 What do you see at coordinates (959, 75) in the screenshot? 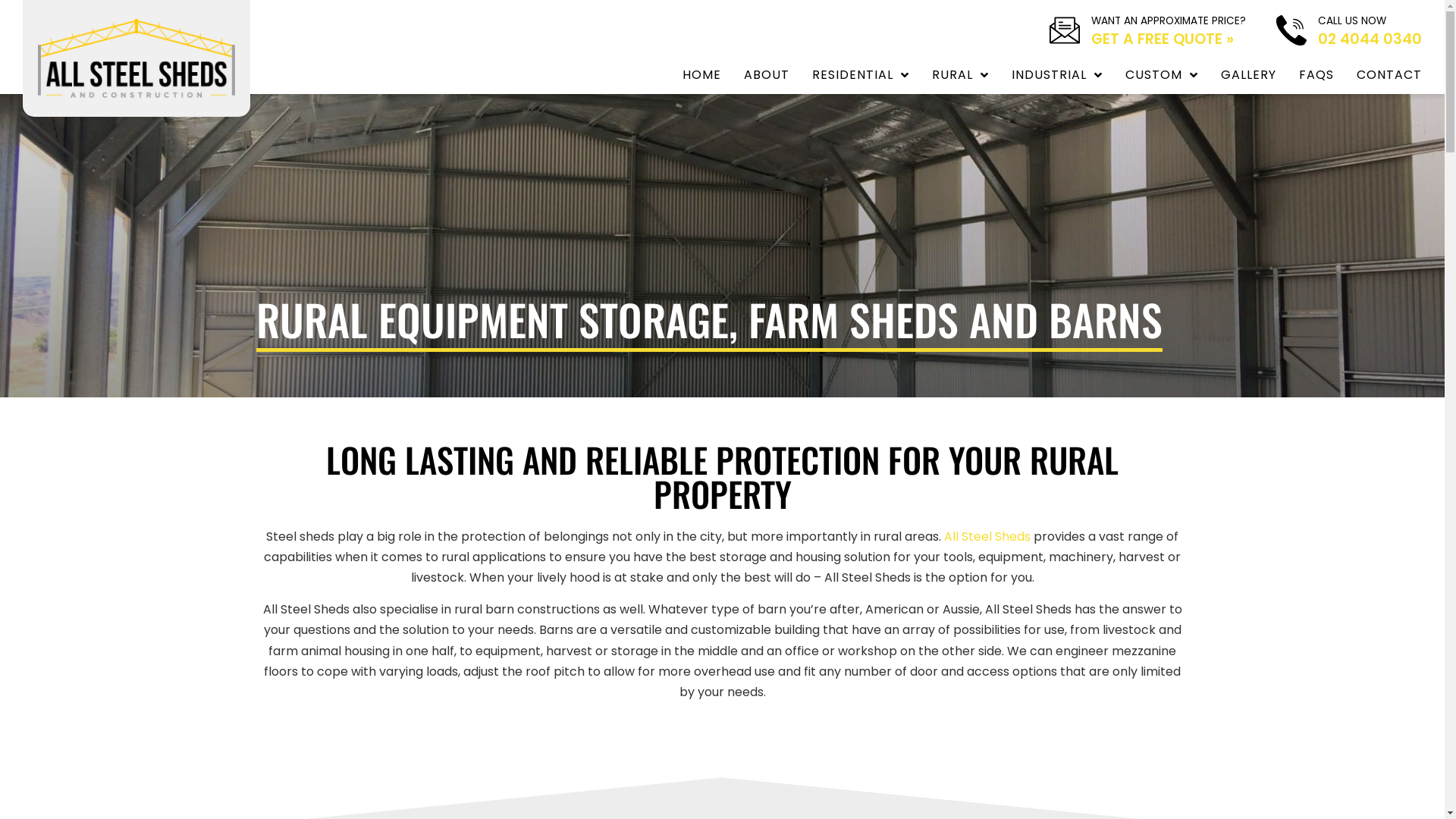
I see `'RURAL'` at bounding box center [959, 75].